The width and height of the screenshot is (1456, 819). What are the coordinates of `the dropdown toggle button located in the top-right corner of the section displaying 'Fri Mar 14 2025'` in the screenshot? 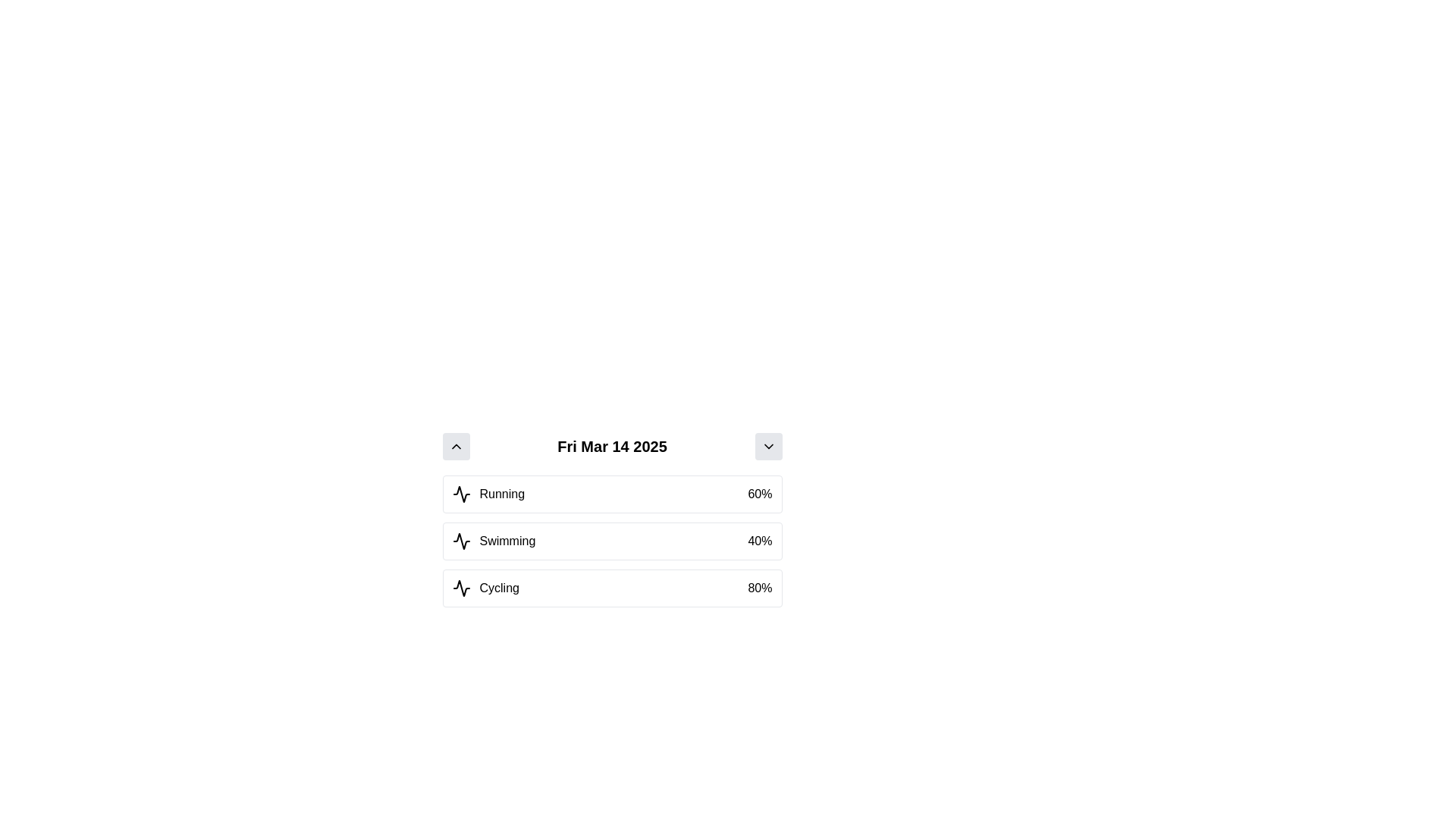 It's located at (768, 446).